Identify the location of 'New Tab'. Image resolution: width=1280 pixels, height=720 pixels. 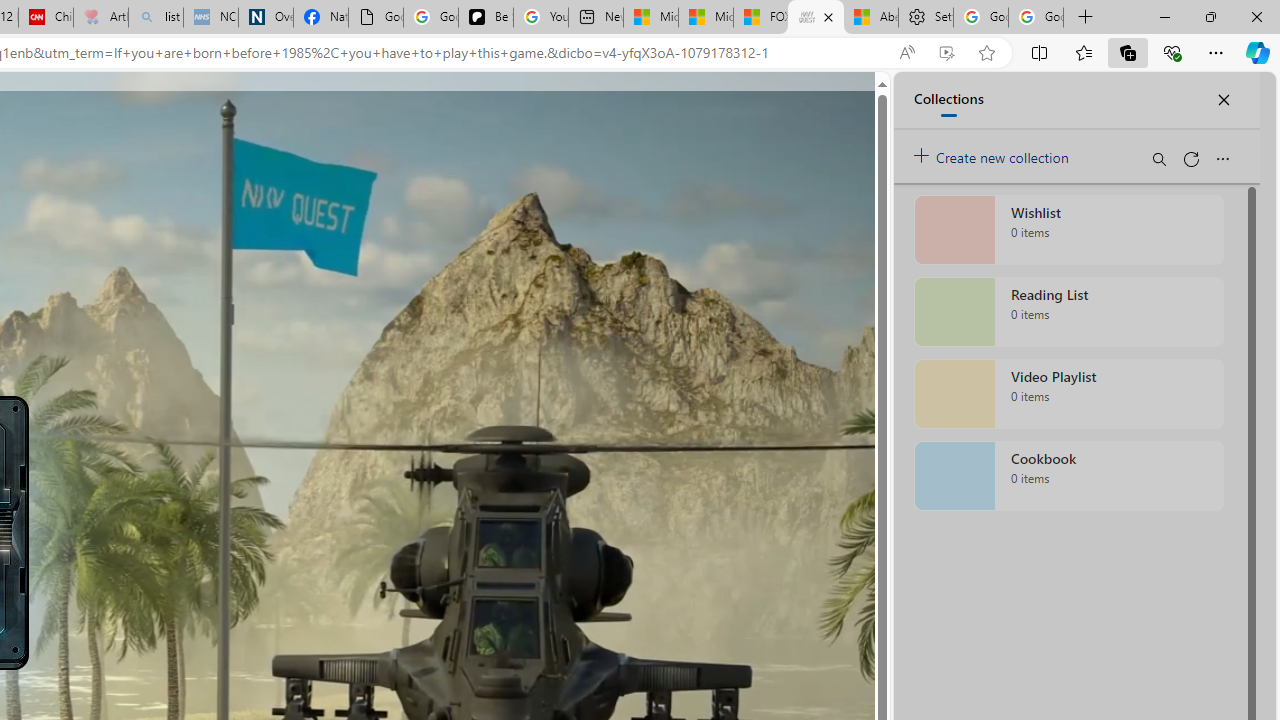
(1085, 17).